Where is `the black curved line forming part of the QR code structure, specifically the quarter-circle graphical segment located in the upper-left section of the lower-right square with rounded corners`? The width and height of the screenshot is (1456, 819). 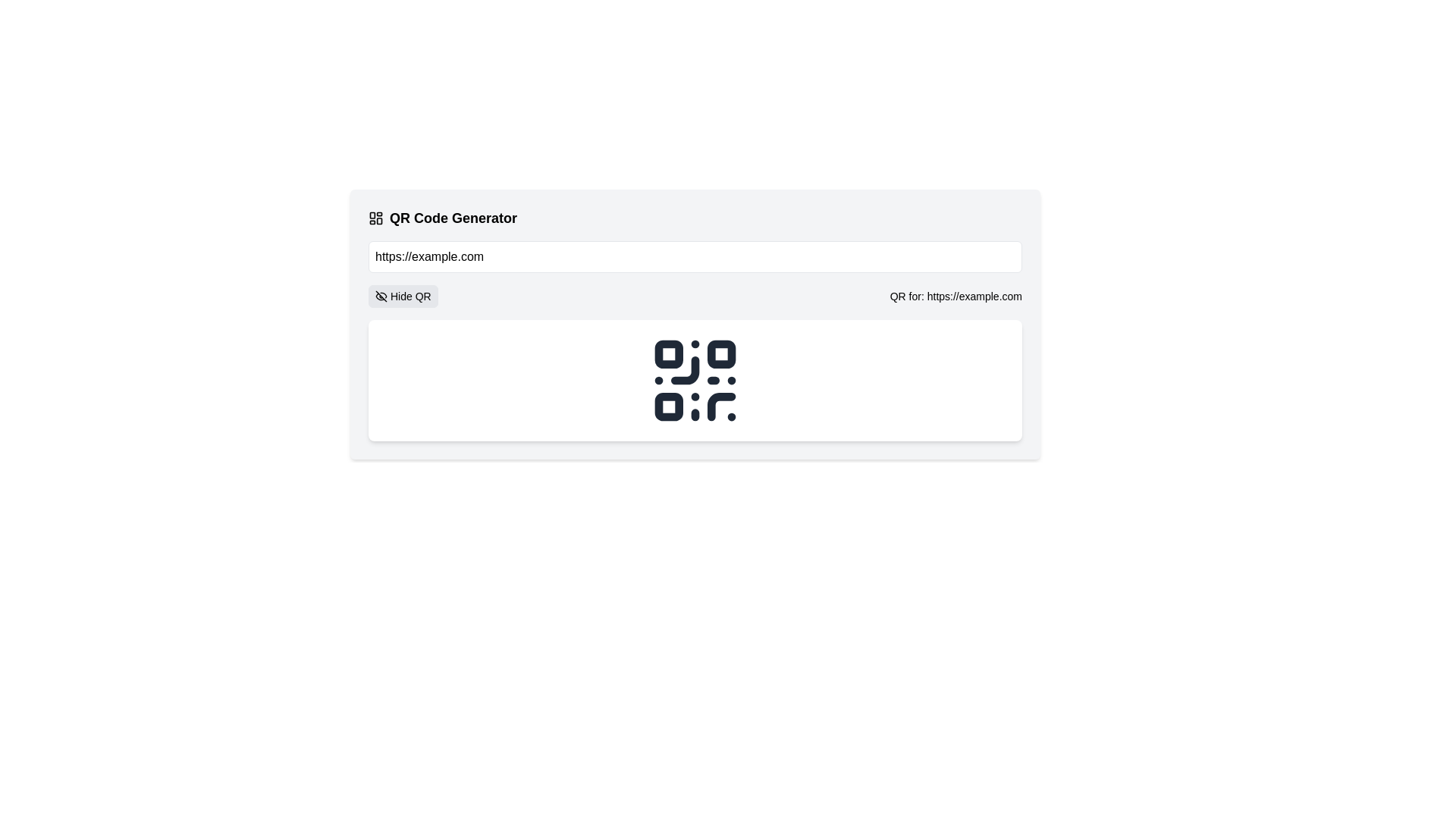 the black curved line forming part of the QR code structure, specifically the quarter-circle graphical segment located in the upper-left section of the lower-right square with rounded corners is located at coordinates (684, 370).